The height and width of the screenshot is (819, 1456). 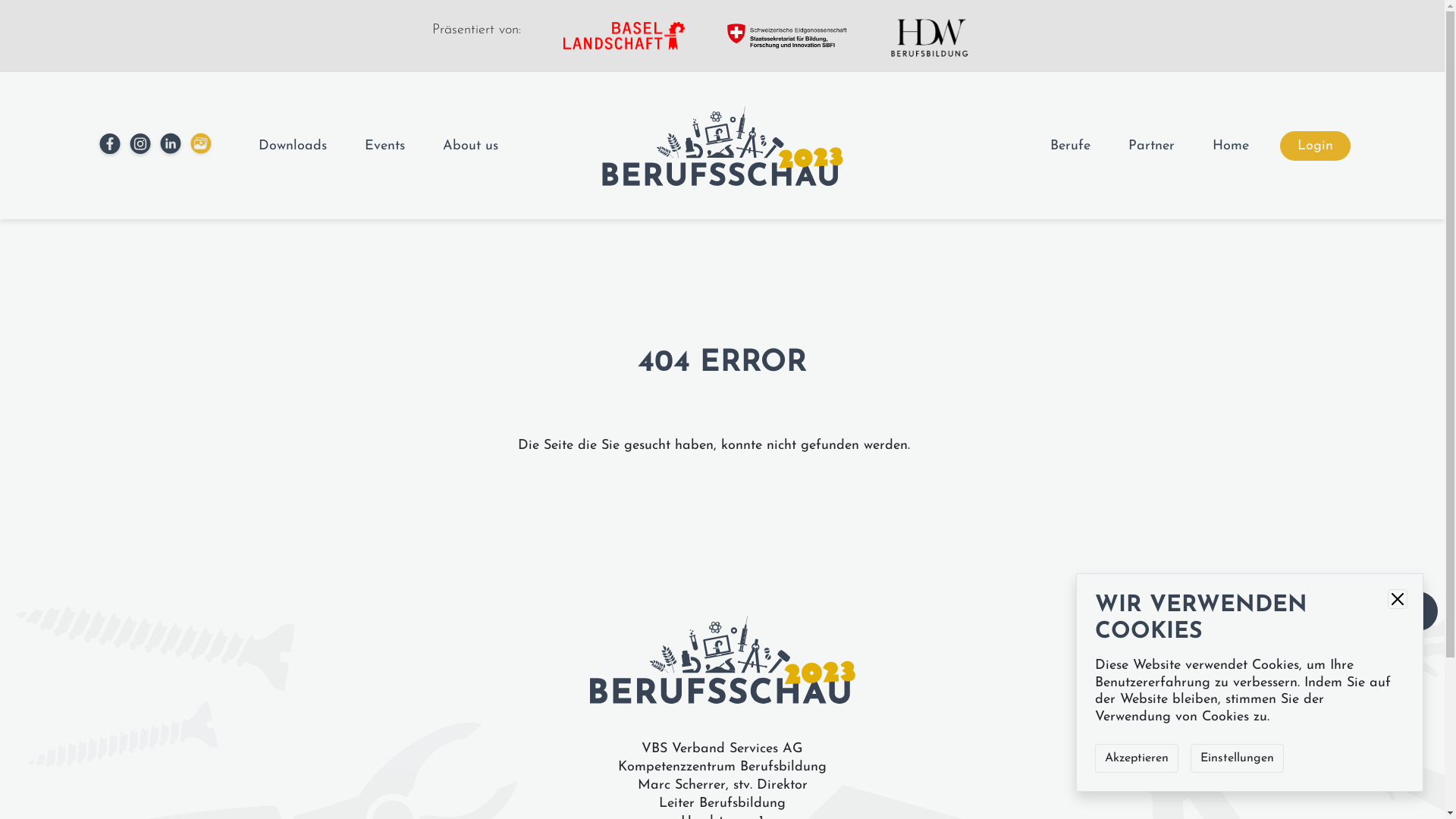 I want to click on 'About us', so click(x=469, y=145).